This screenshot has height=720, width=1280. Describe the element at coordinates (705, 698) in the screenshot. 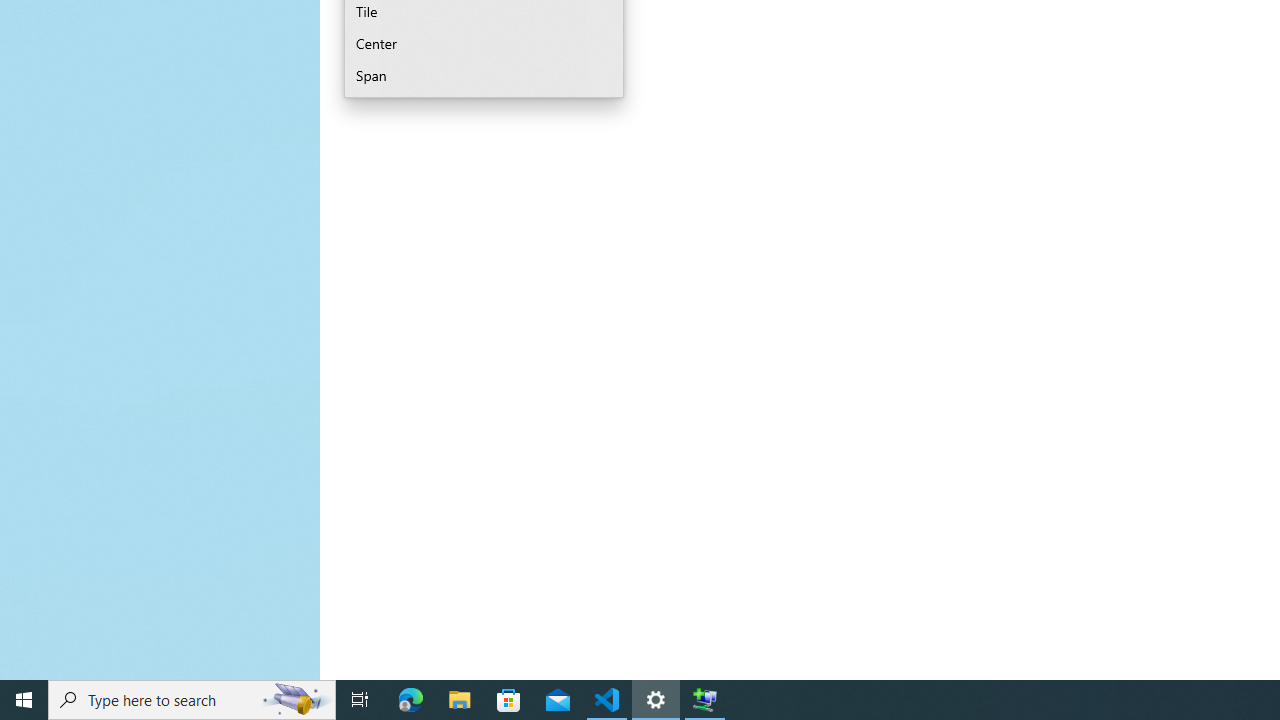

I see `'Extensible Wizards Host Process - 1 running window'` at that location.